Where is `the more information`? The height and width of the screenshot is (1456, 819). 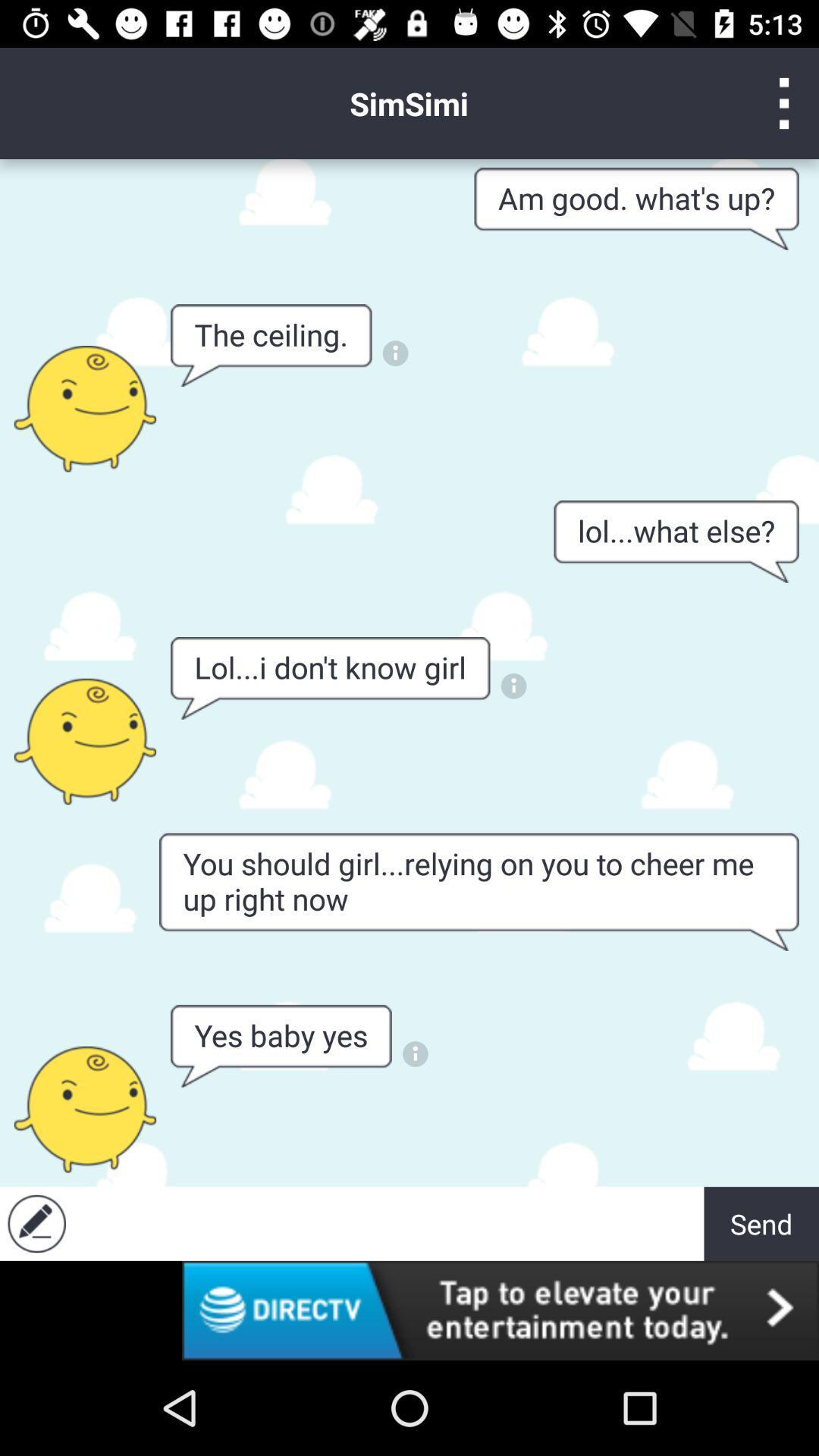
the more information is located at coordinates (394, 353).